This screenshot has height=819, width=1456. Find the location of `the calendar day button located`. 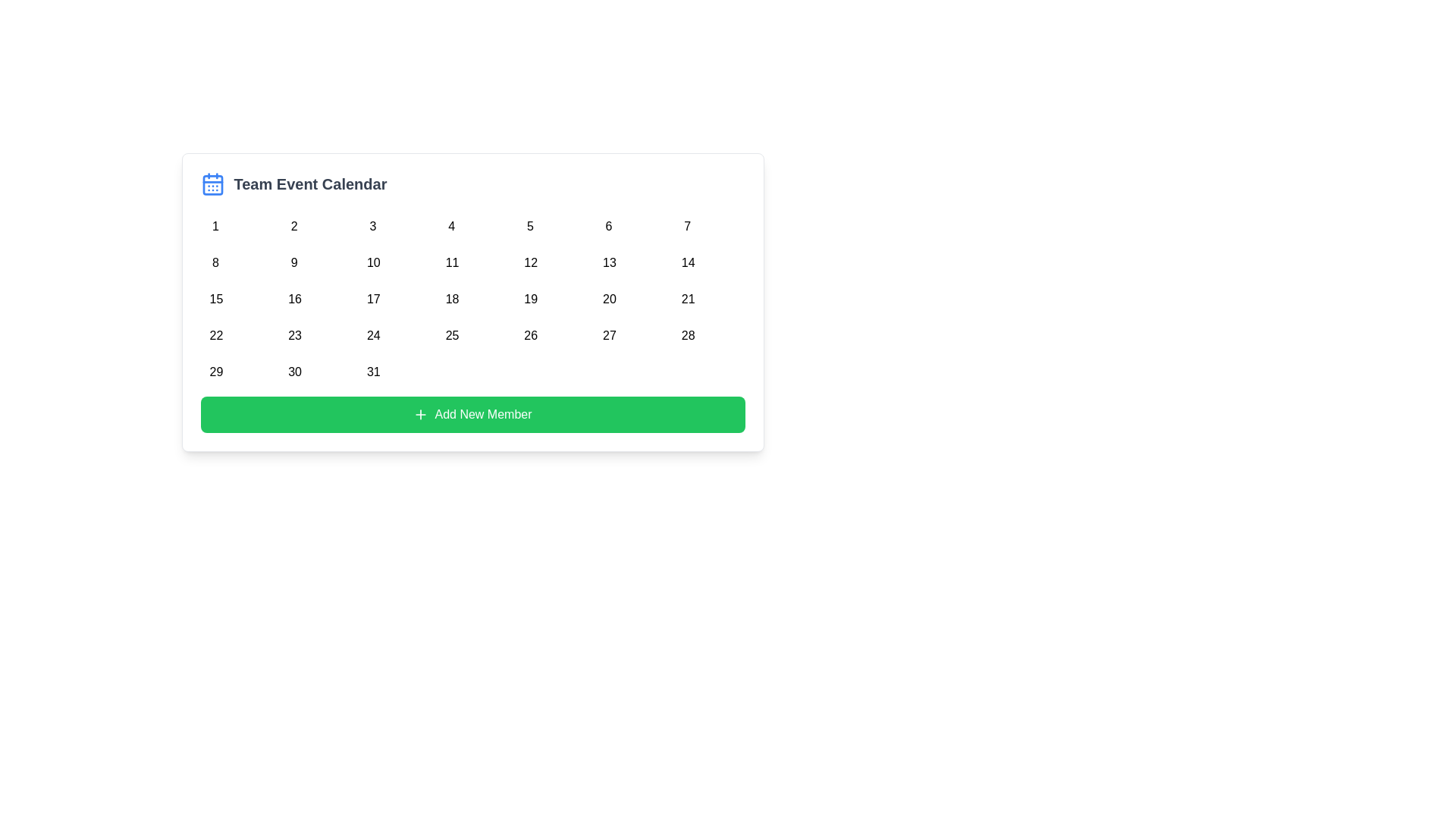

the calendar day button located is located at coordinates (372, 296).